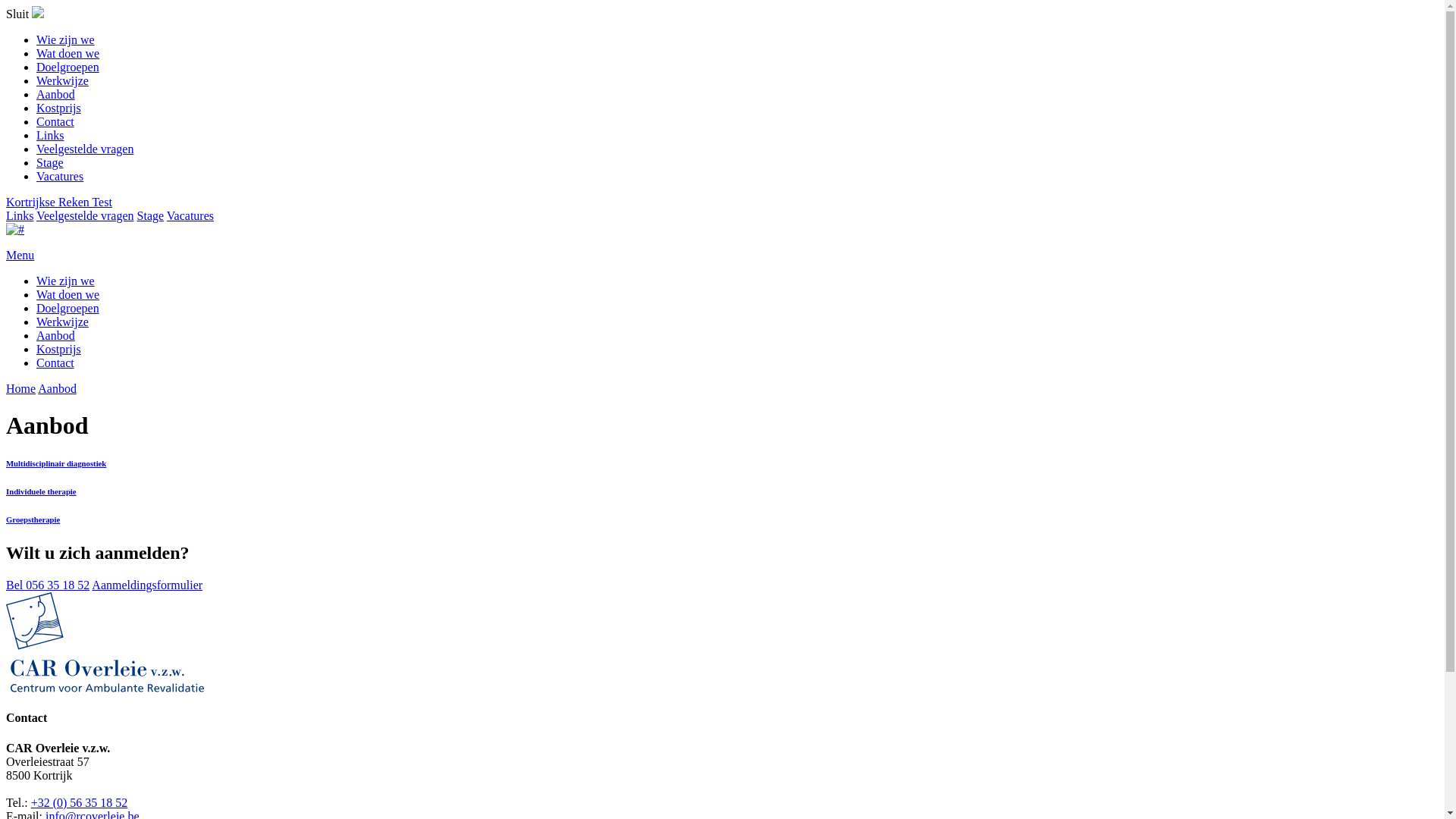  Describe the element at coordinates (47, 584) in the screenshot. I see `'Bel 056 35 18 52'` at that location.